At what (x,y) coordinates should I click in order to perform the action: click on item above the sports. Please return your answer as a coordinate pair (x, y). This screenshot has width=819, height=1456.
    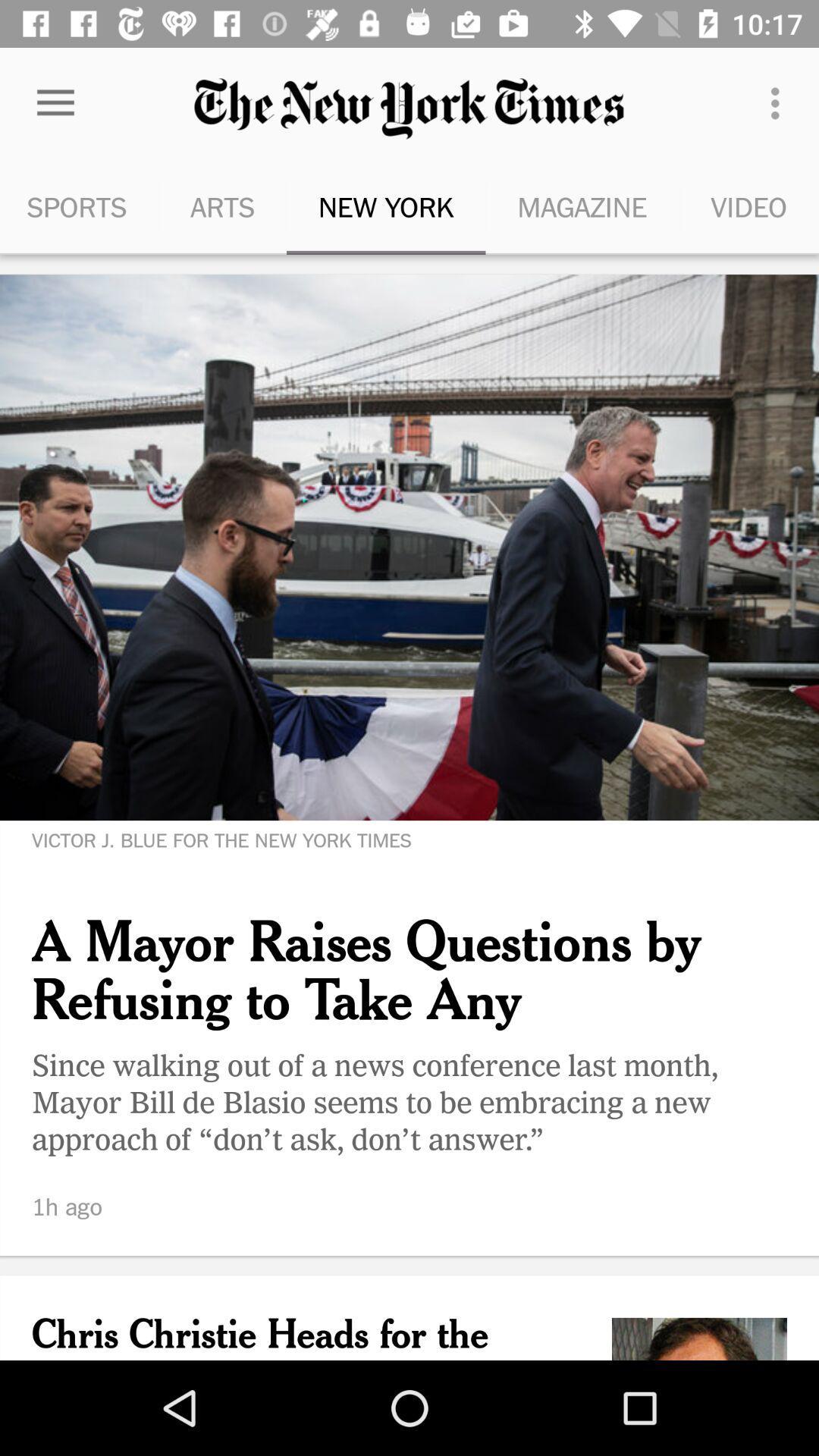
    Looking at the image, I should click on (55, 102).